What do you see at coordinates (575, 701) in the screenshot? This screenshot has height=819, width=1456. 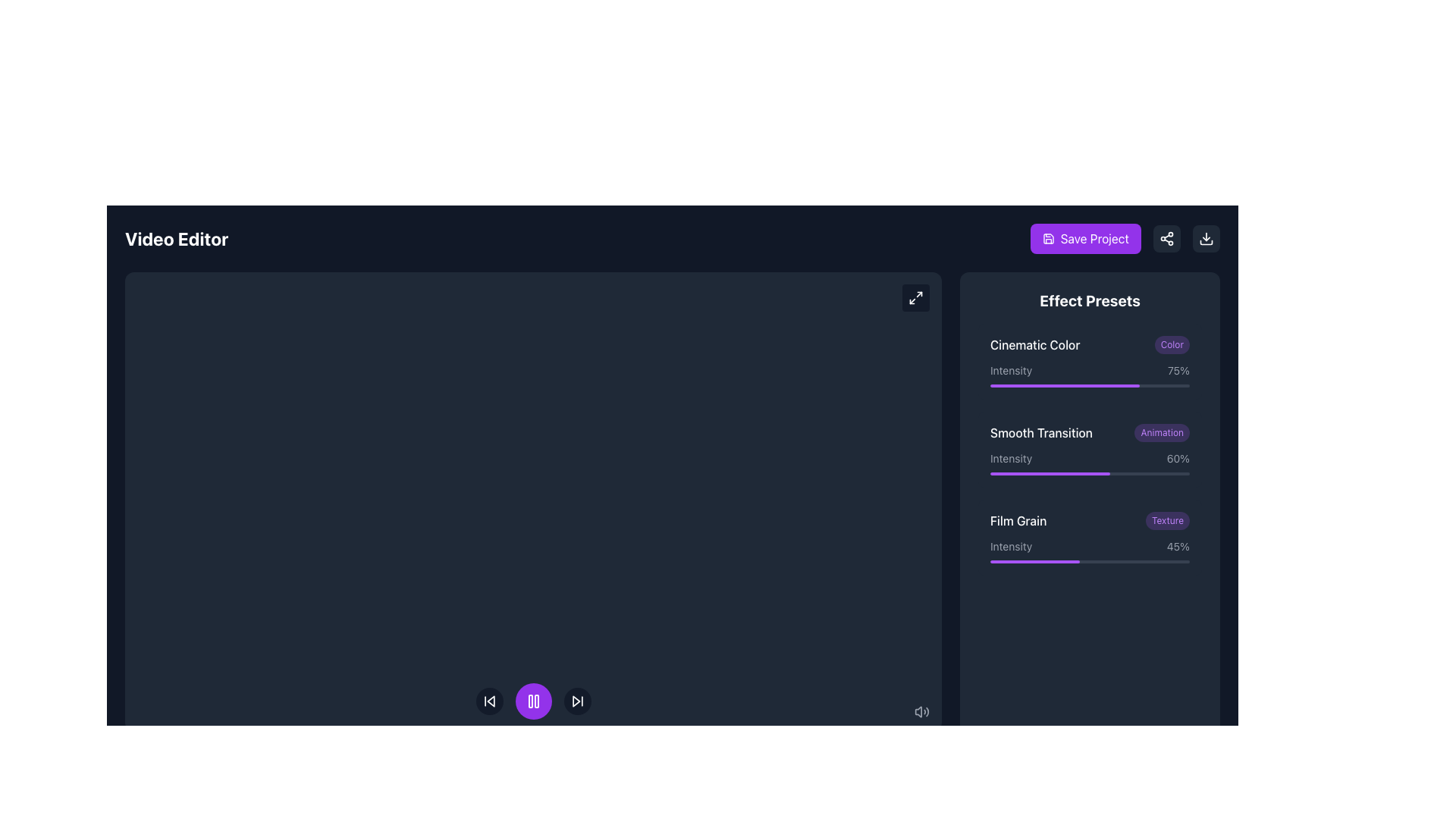 I see `the rightmost circular button with a red outlined play icon to trigger any associated advanced functionality` at bounding box center [575, 701].